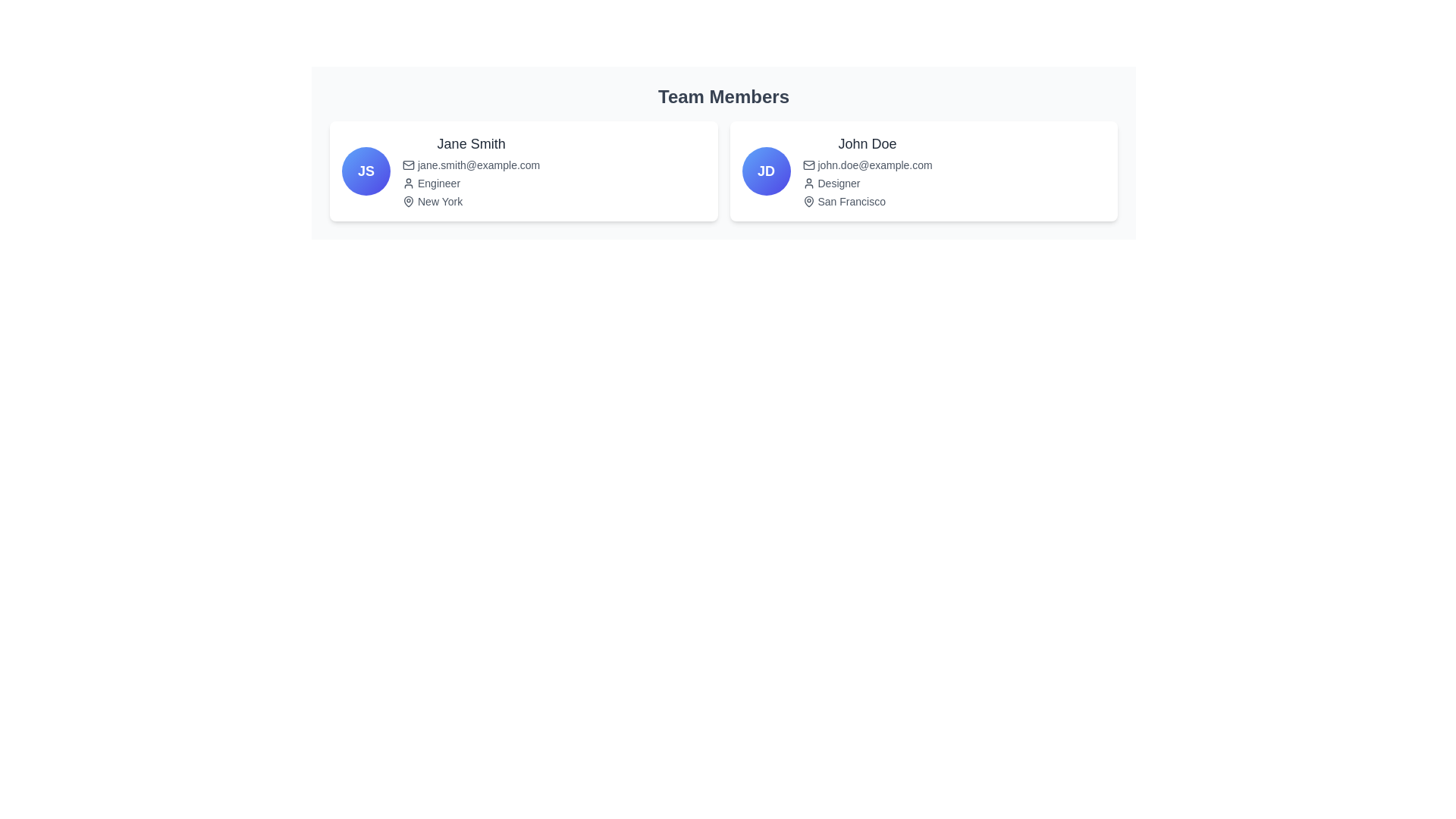 The width and height of the screenshot is (1456, 819). What do you see at coordinates (808, 165) in the screenshot?
I see `the SVG rectangle that serves as part of the email icon, located within the profile card for 'John Doe'` at bounding box center [808, 165].